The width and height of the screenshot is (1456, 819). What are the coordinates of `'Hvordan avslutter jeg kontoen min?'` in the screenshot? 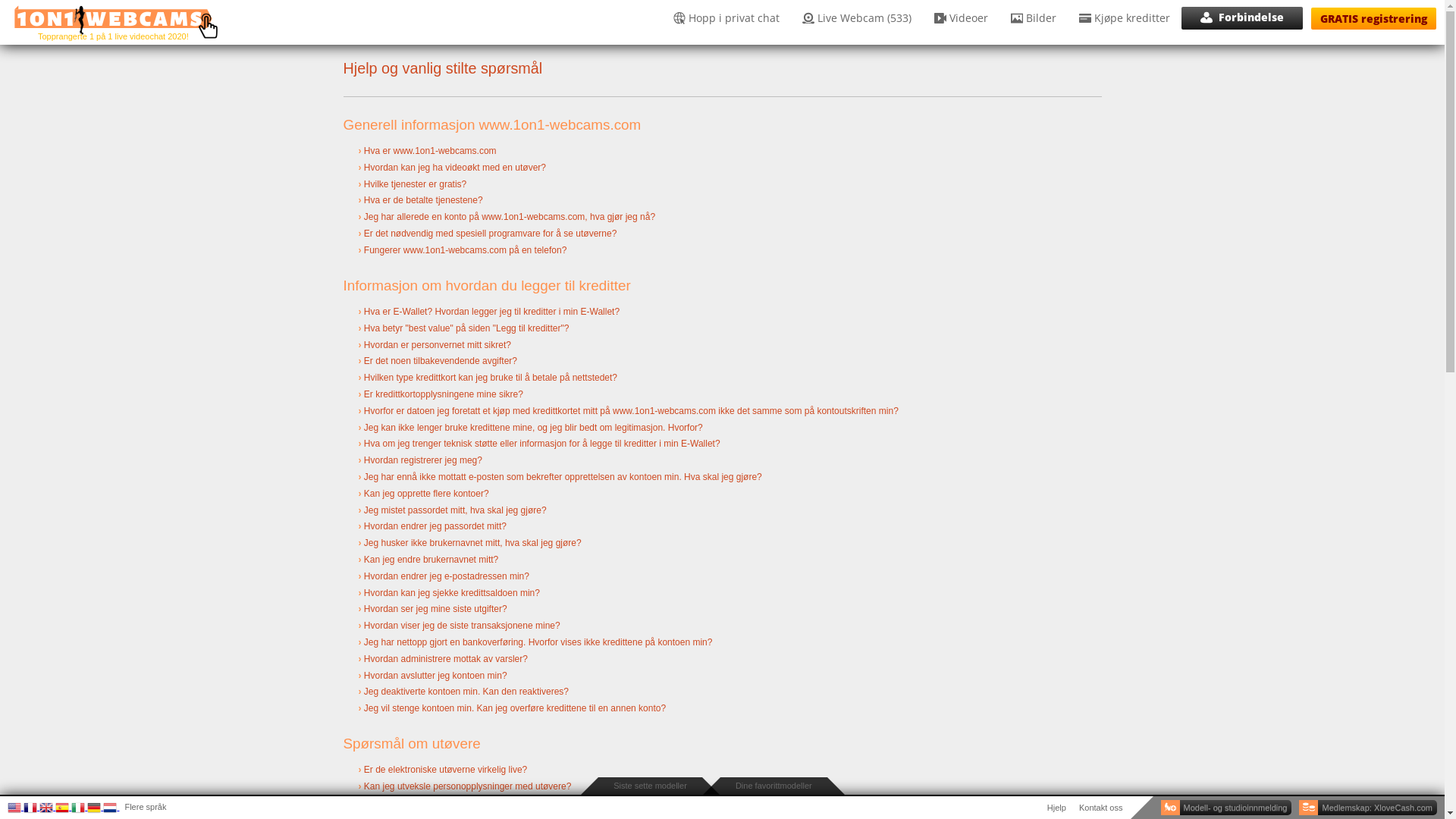 It's located at (435, 675).